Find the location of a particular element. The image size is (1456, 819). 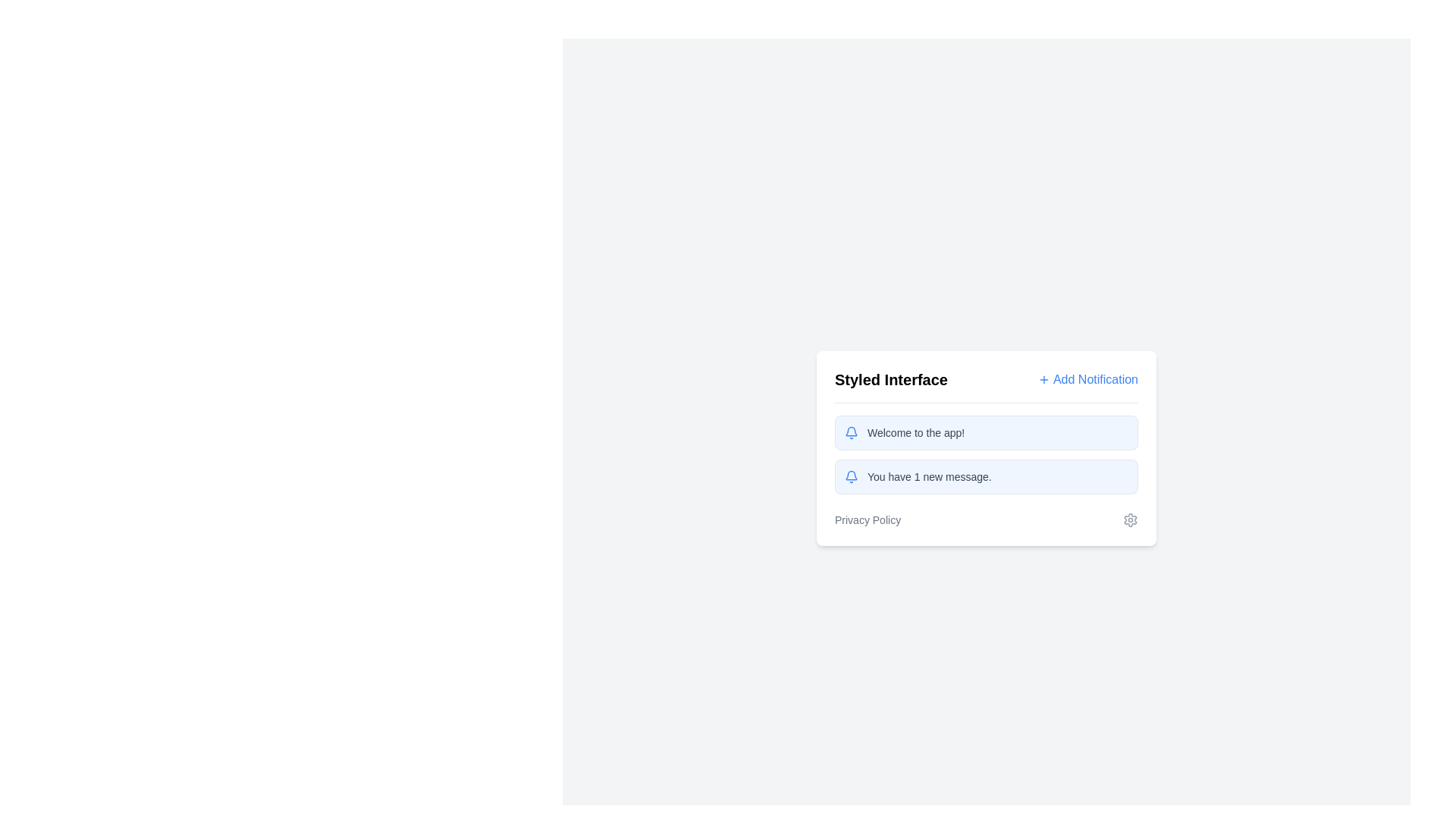

the second notification message in the notification area of the 'Styled Interface' that displays 'Welcome to the app! You have 1 new message.' is located at coordinates (986, 453).